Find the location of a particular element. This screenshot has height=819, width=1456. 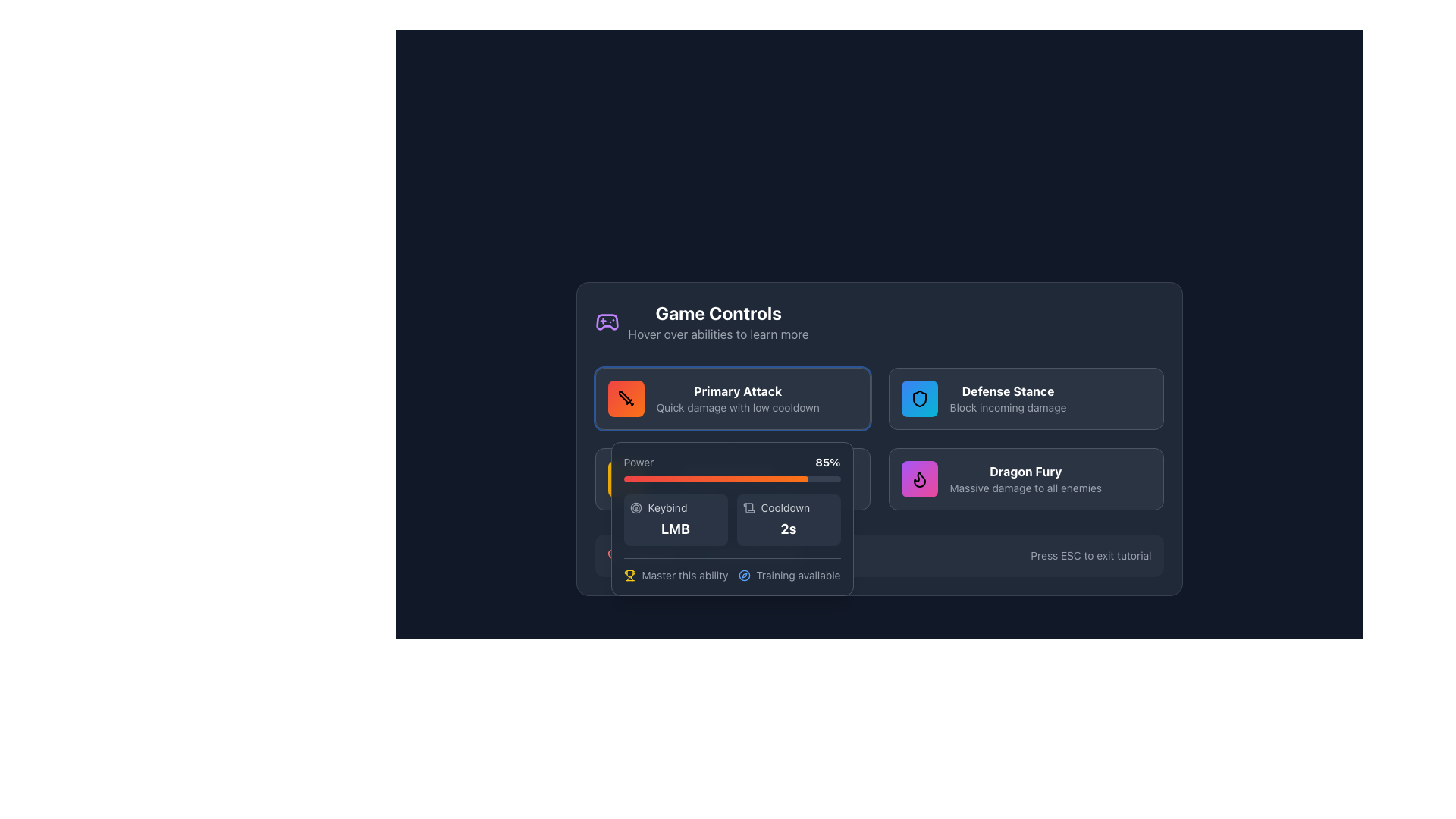

the percentage indicator of the Progress bar located at the top of the card-like structure to understand the level of power is located at coordinates (732, 467).